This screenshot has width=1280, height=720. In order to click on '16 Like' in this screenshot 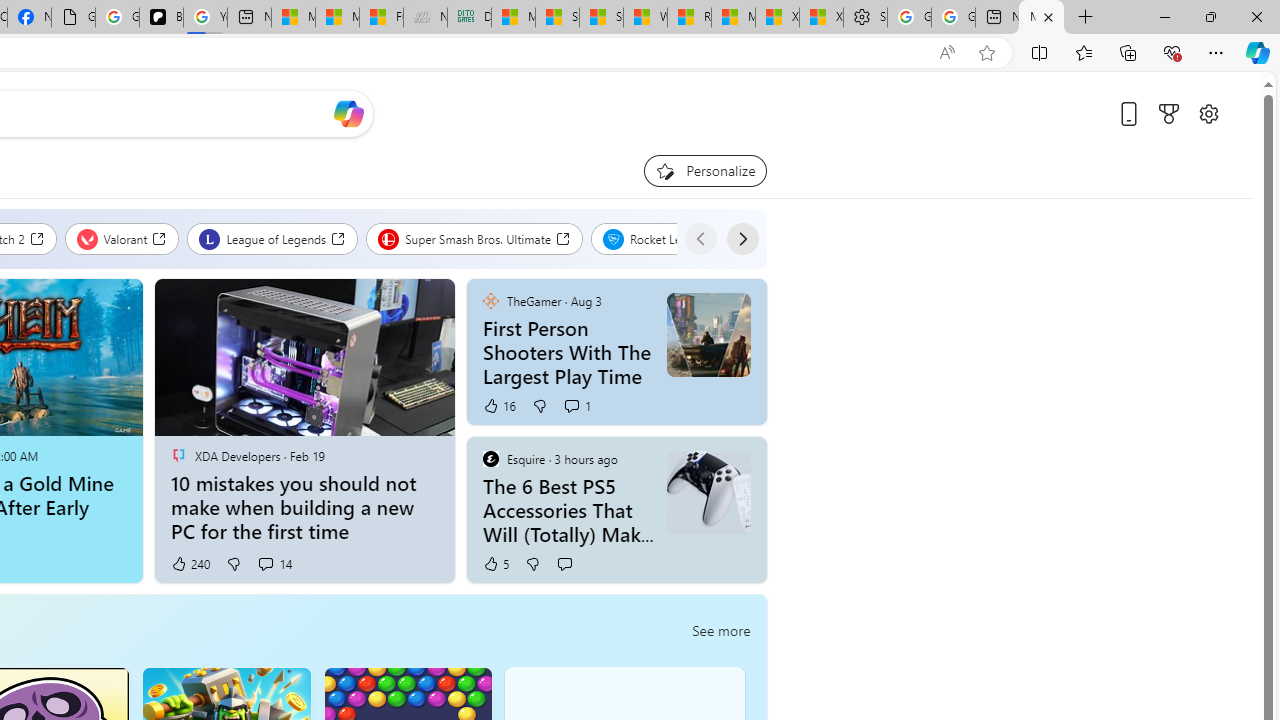, I will do `click(498, 405)`.